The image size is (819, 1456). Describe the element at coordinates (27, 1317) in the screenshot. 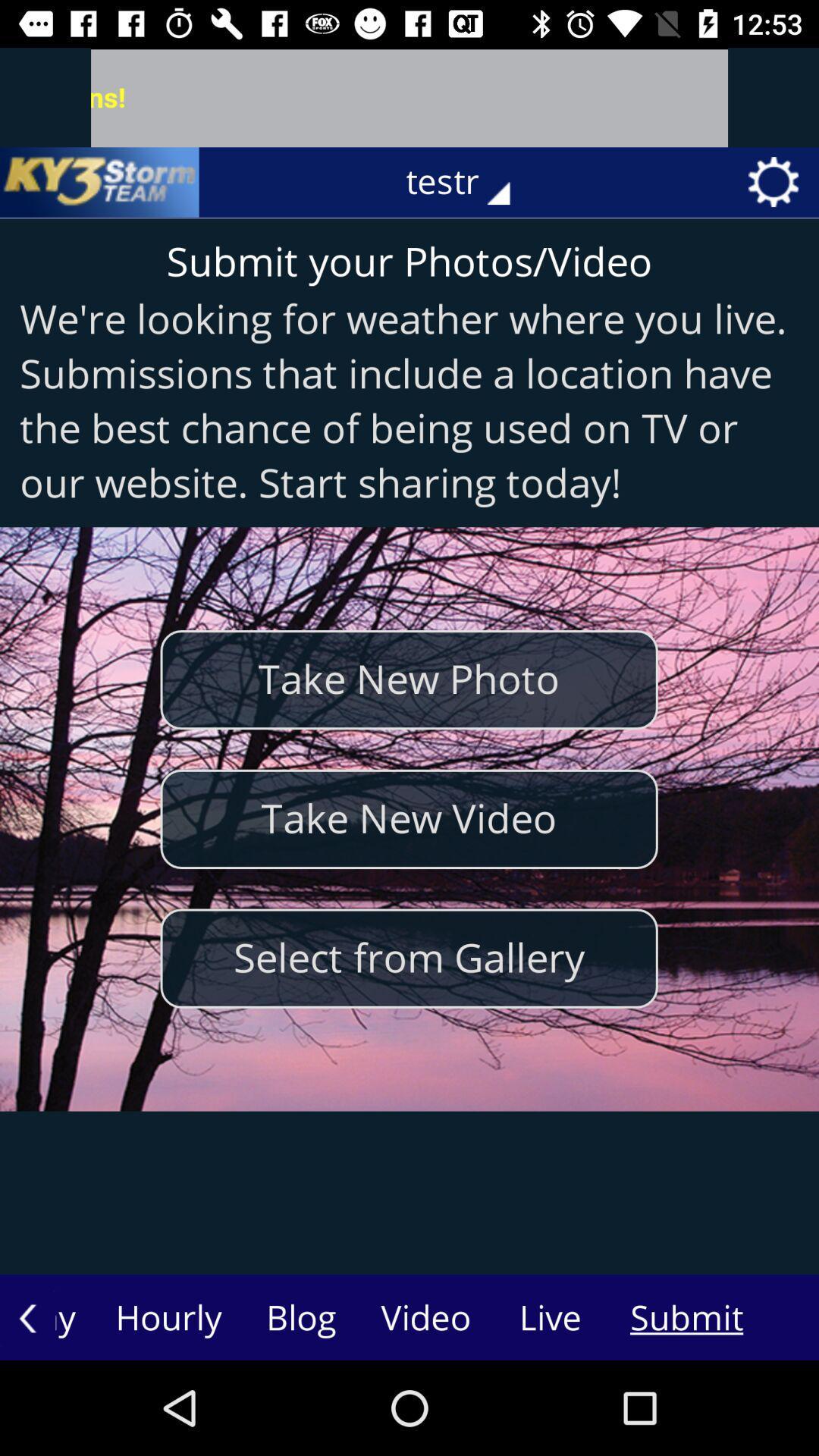

I see `the arrow_backward icon` at that location.